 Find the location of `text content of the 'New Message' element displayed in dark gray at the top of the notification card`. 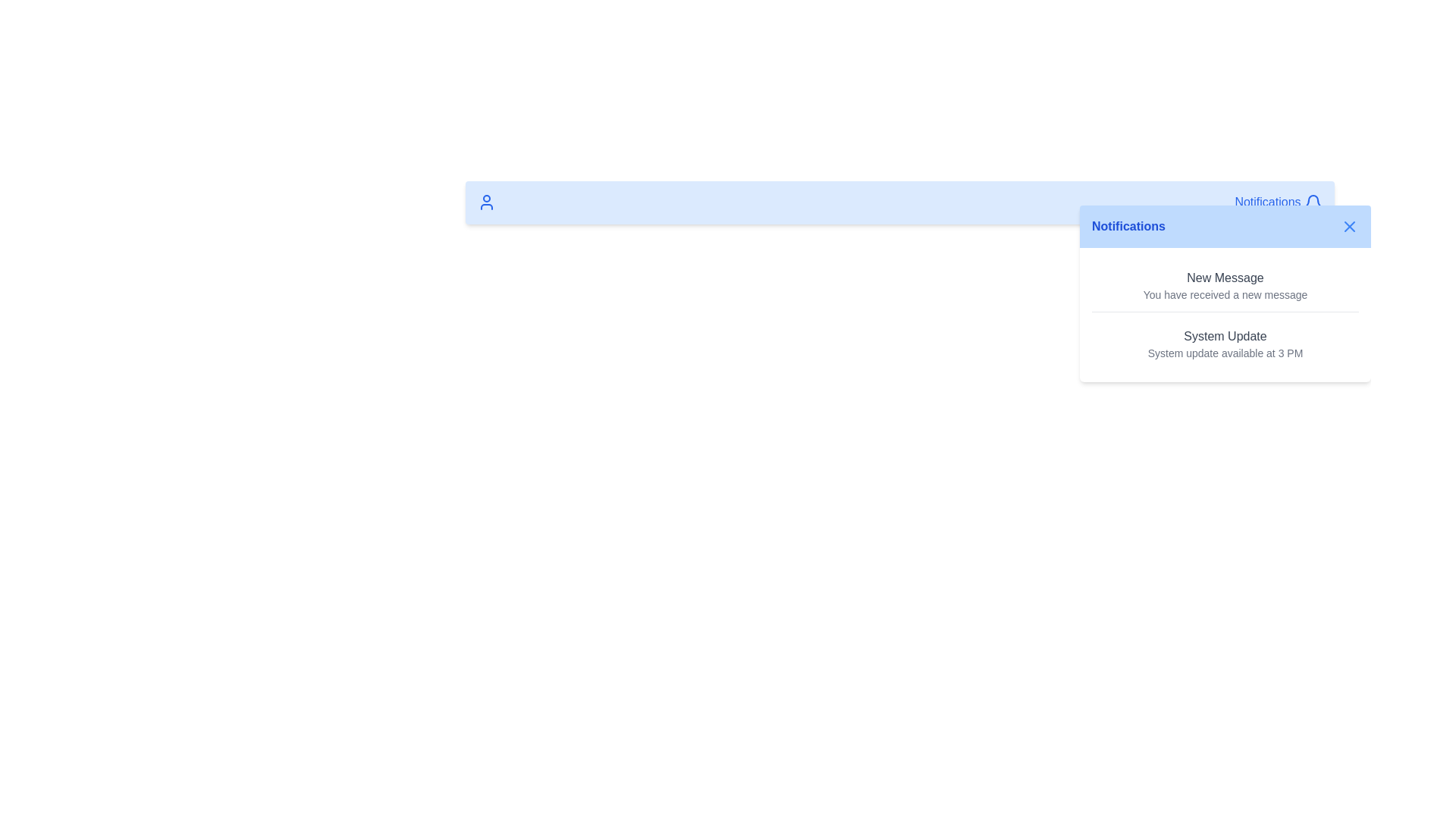

text content of the 'New Message' element displayed in dark gray at the top of the notification card is located at coordinates (1225, 278).